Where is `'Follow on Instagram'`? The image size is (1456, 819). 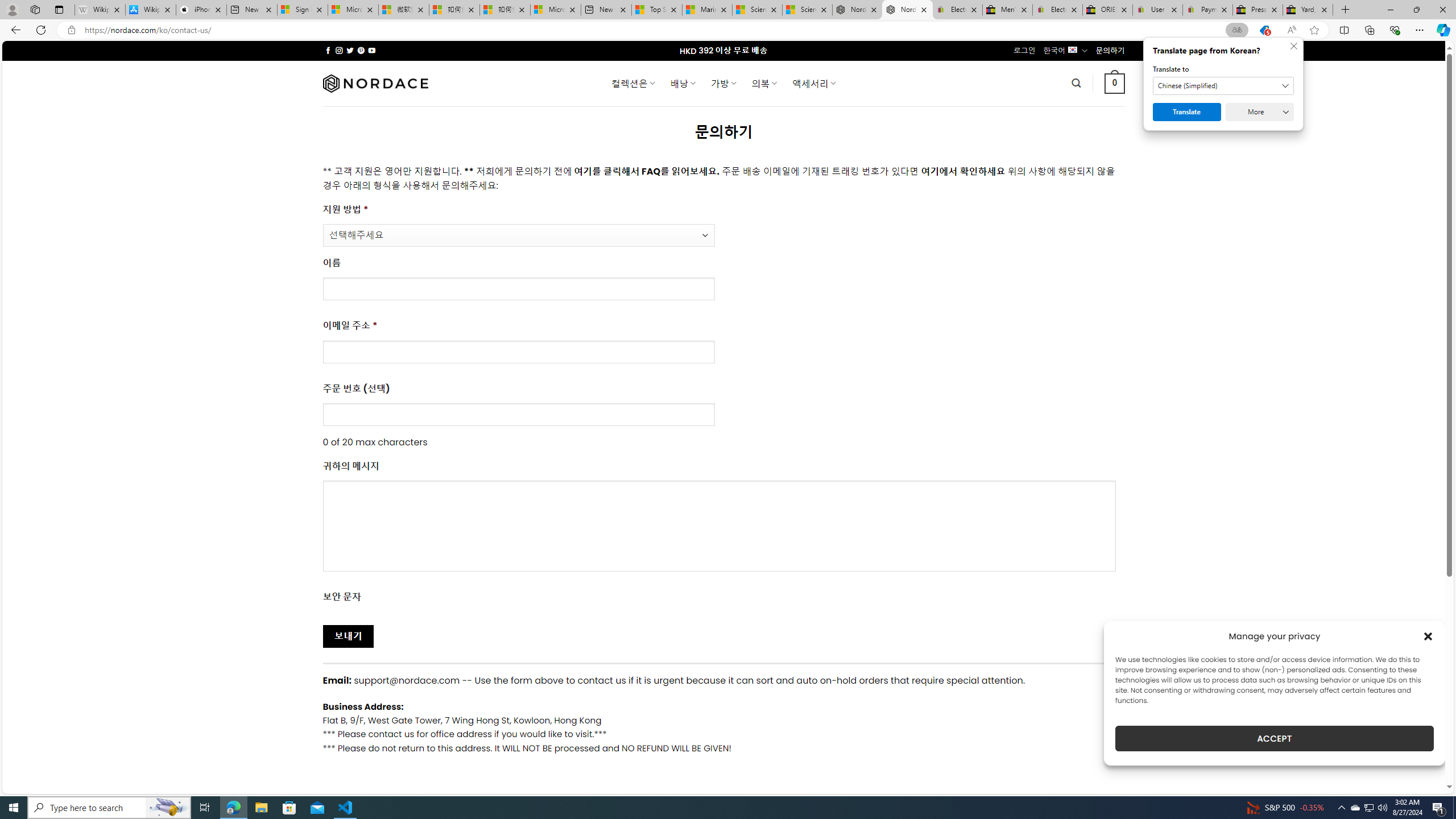 'Follow on Instagram' is located at coordinates (338, 50).